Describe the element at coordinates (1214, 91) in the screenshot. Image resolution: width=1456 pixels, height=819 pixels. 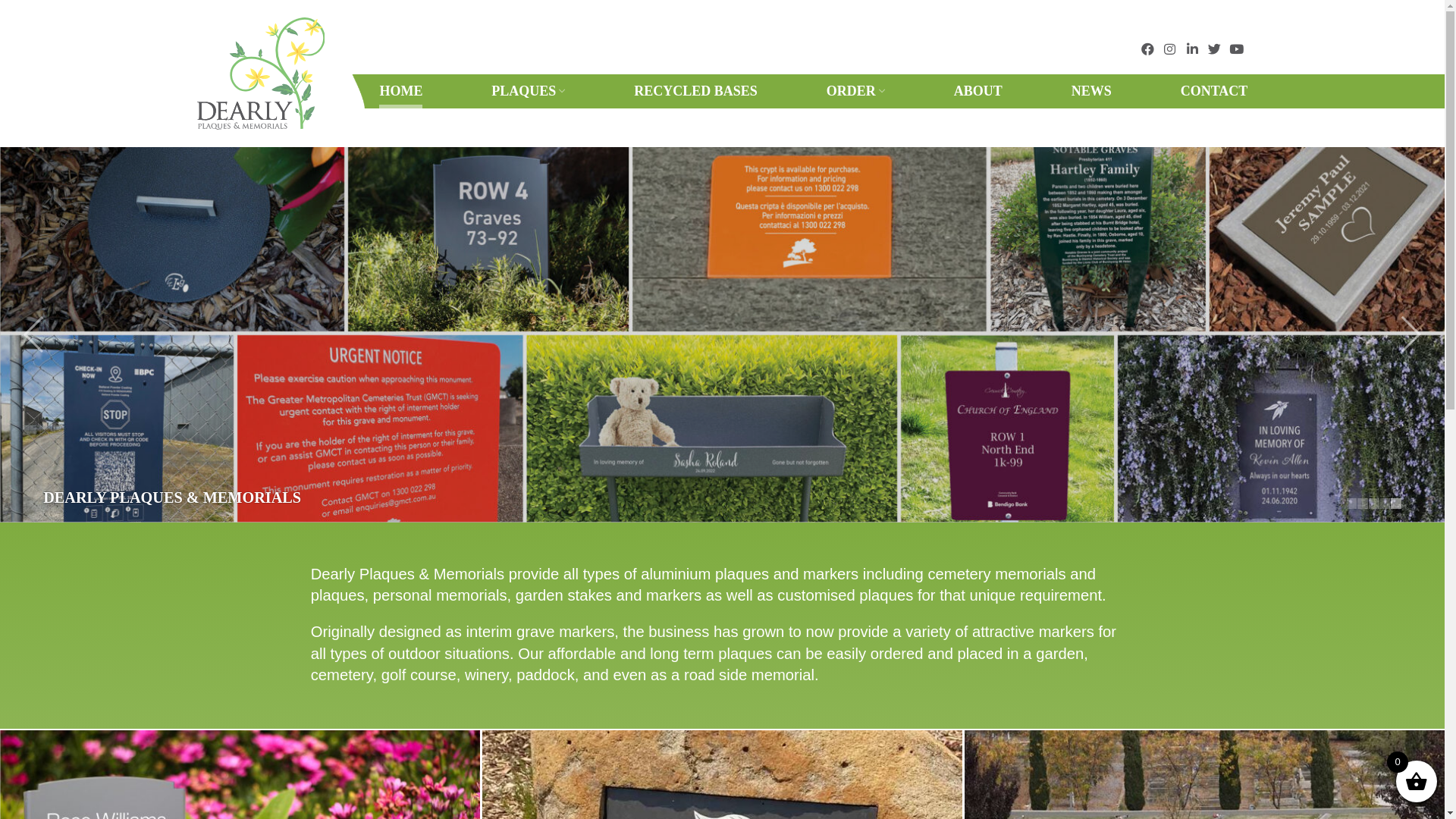
I see `'CONTACT'` at that location.